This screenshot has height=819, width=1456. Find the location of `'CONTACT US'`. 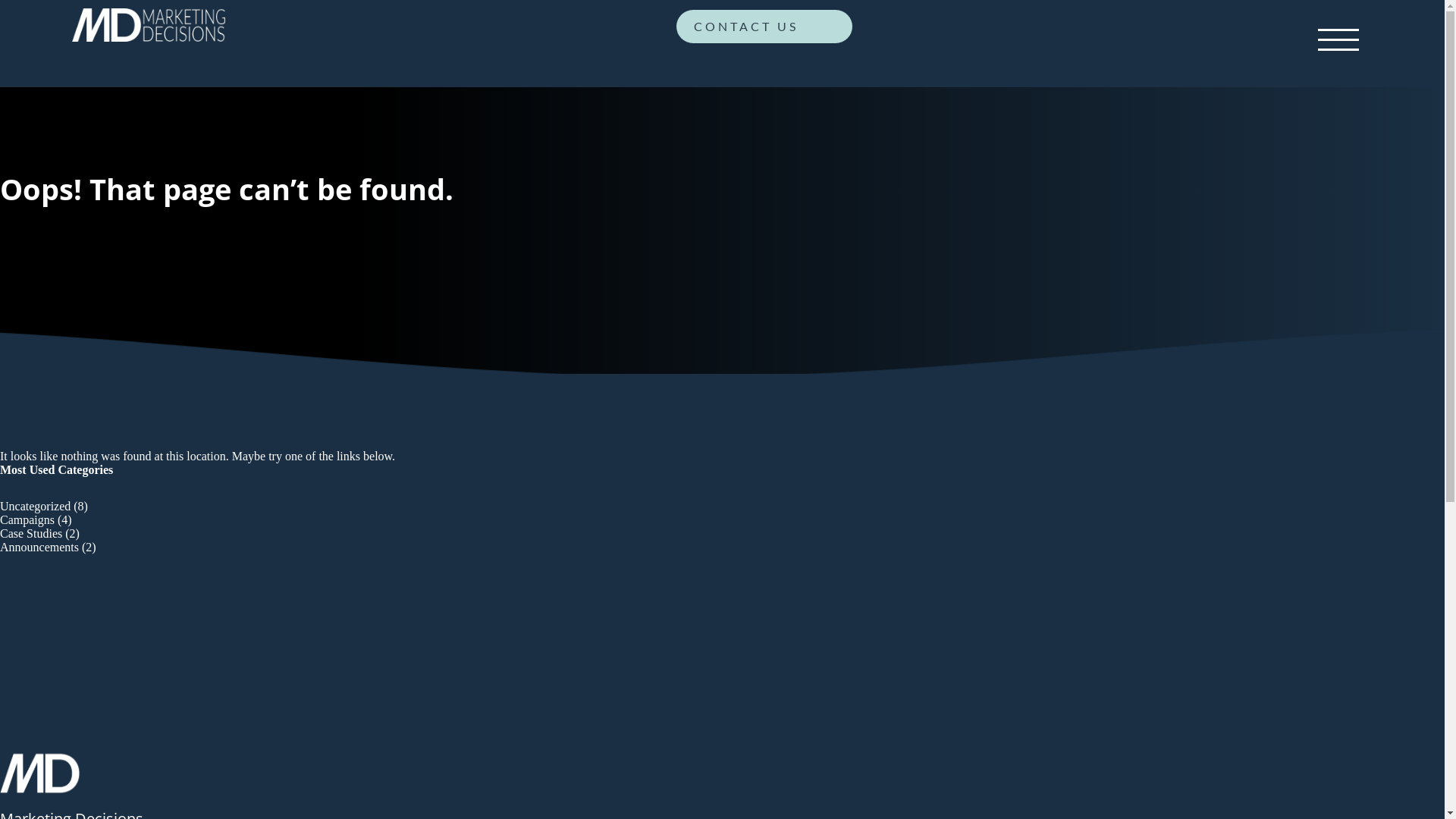

'CONTACT US' is located at coordinates (764, 26).